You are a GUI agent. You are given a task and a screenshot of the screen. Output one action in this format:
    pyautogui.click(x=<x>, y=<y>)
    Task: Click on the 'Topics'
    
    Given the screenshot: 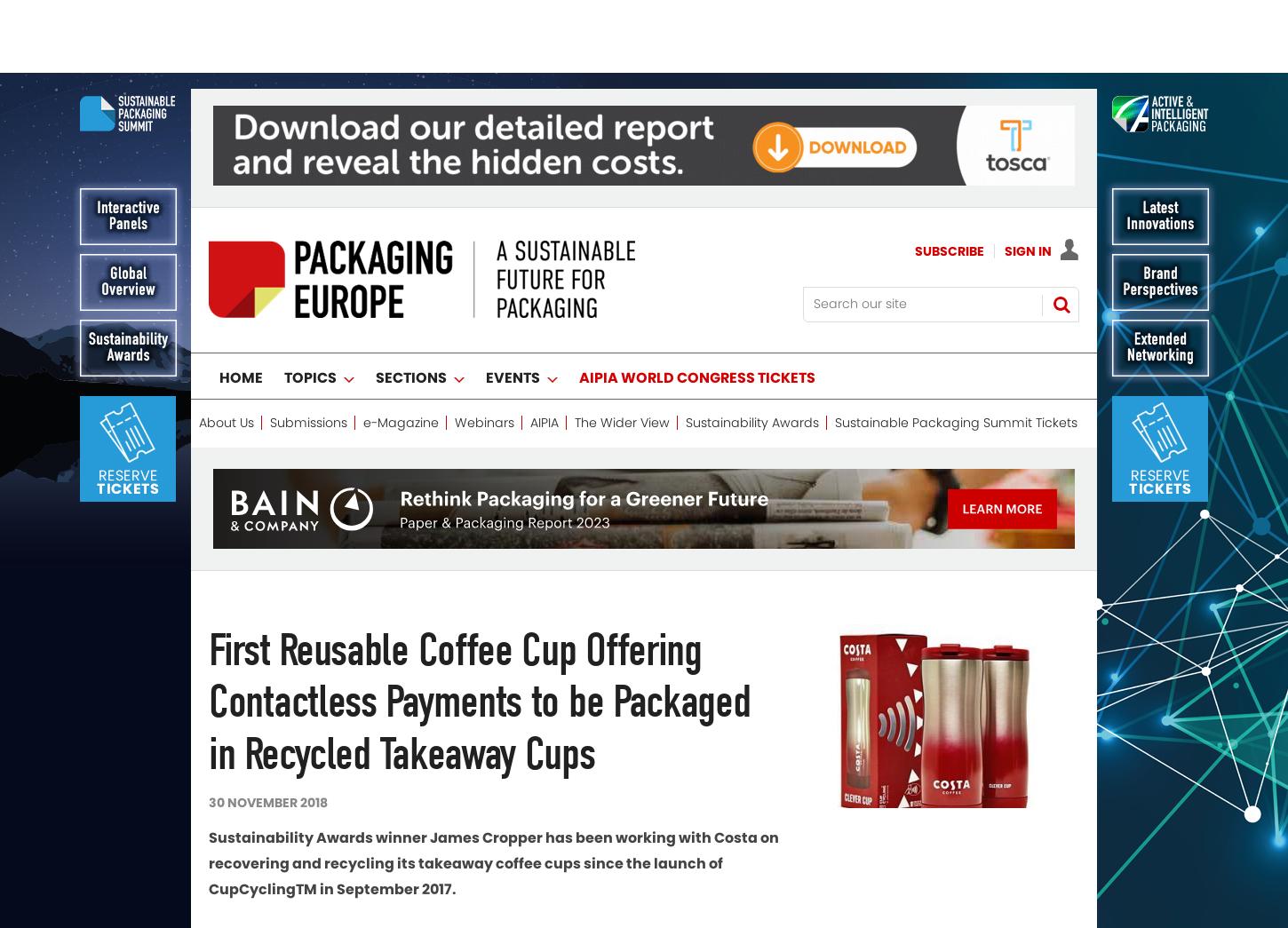 What is the action you would take?
    pyautogui.click(x=284, y=305)
    